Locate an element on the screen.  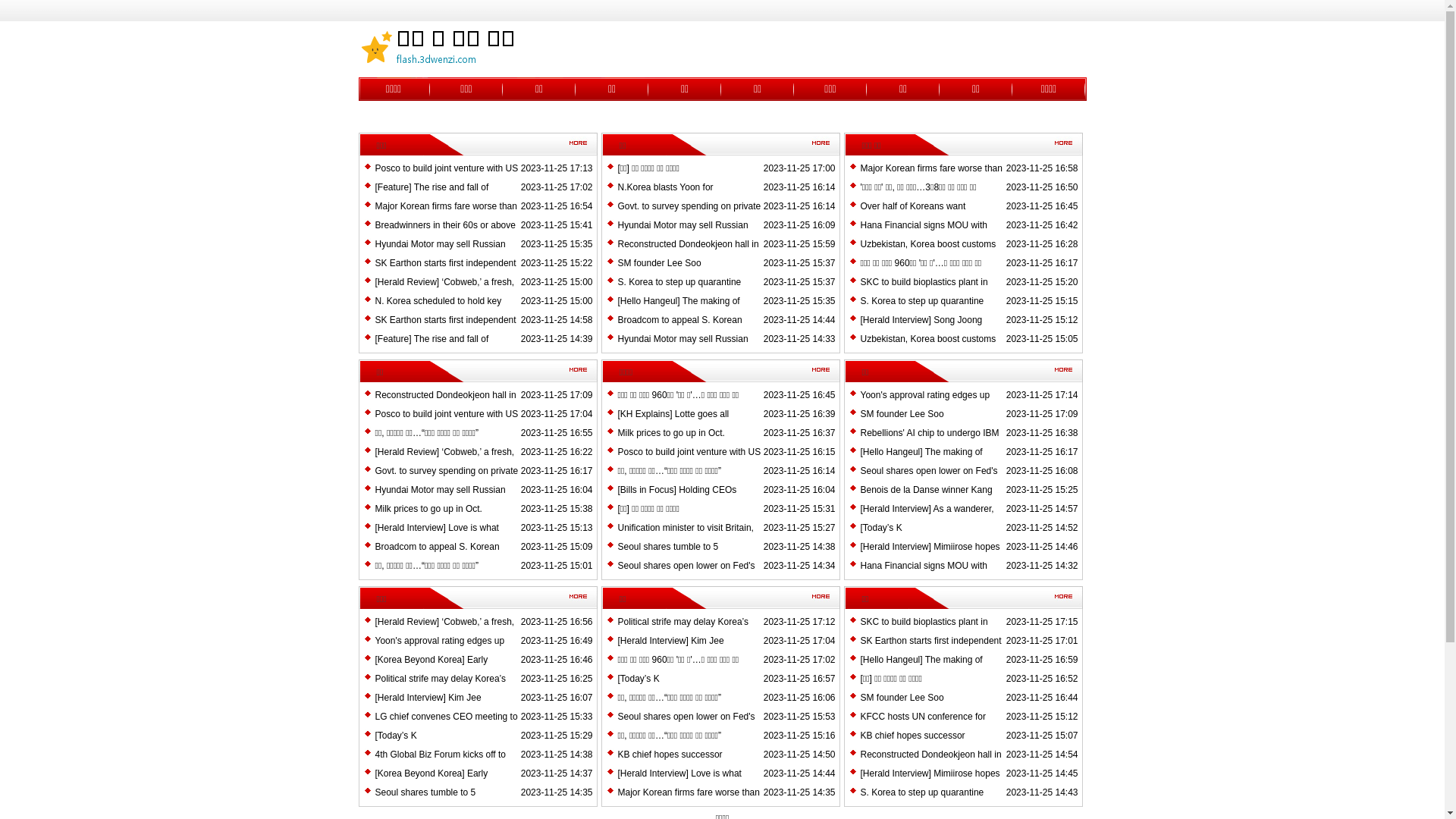
'Major Korean firms fare worse than US counterparts in H1' is located at coordinates (617, 800).